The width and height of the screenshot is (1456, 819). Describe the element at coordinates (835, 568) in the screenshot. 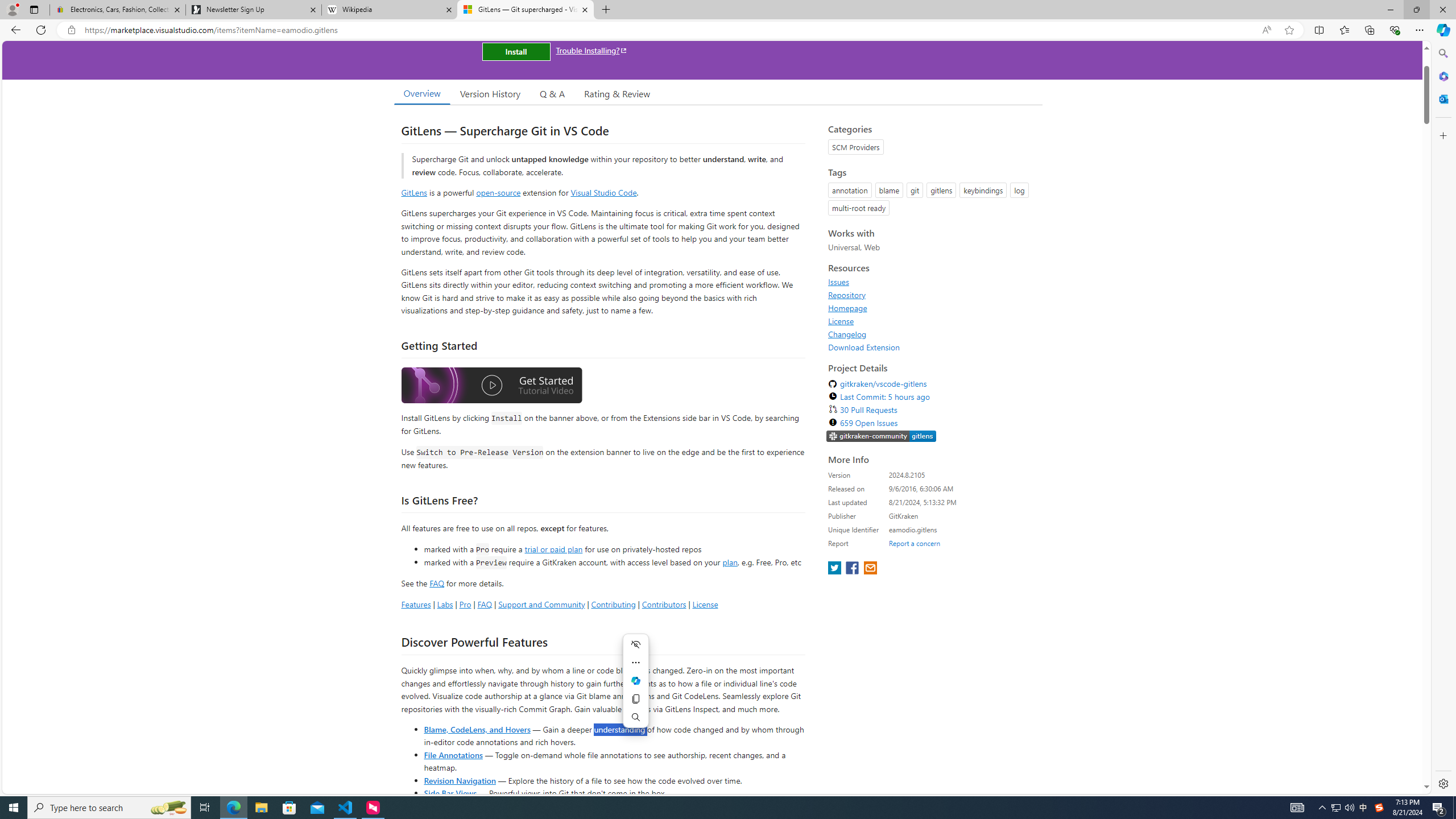

I see `'share extension on twitter'` at that location.